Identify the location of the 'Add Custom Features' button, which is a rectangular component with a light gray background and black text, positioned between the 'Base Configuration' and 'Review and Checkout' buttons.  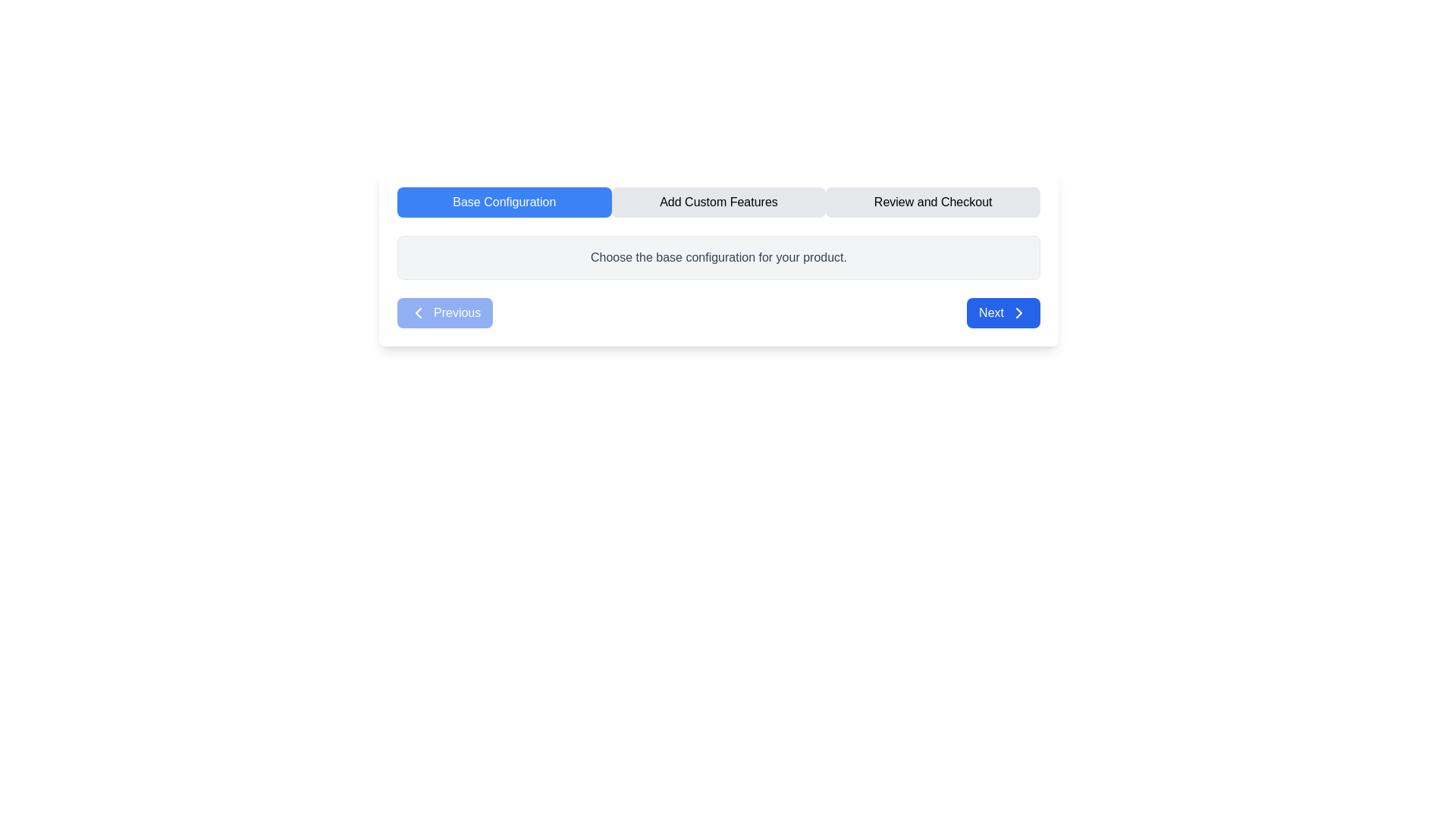
(718, 201).